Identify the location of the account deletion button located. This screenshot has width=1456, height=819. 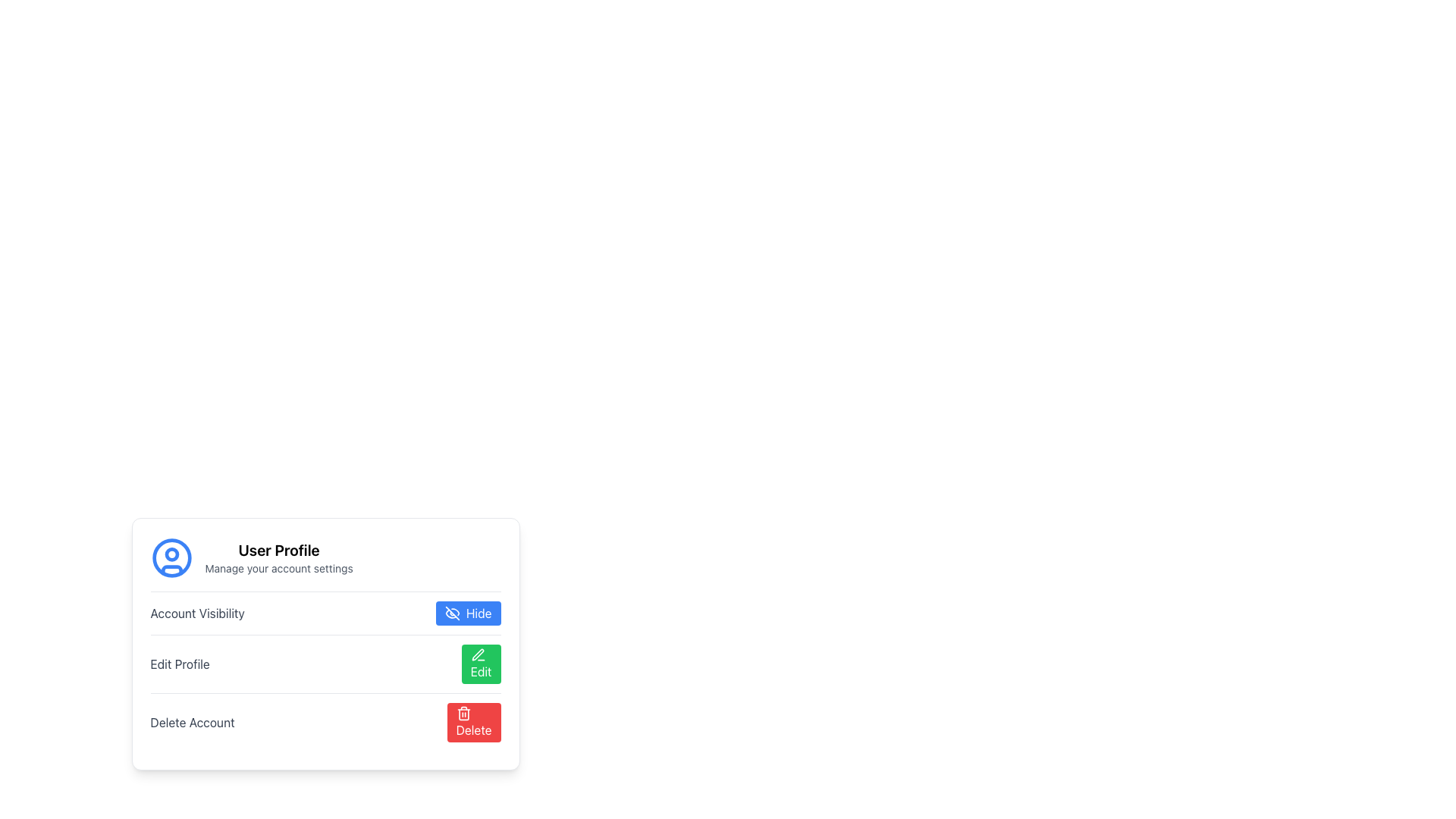
(325, 721).